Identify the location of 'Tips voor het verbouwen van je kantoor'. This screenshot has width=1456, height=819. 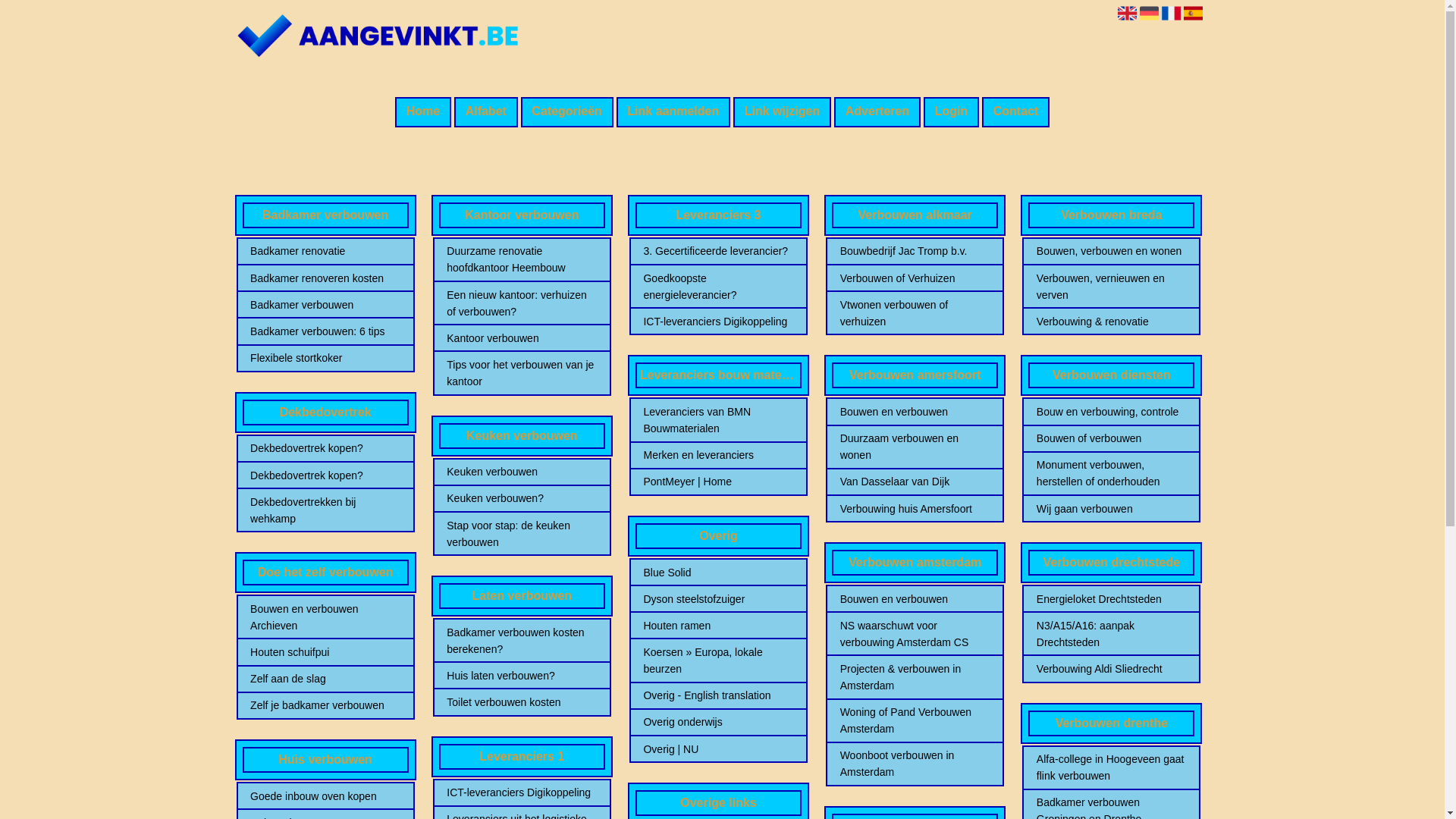
(521, 373).